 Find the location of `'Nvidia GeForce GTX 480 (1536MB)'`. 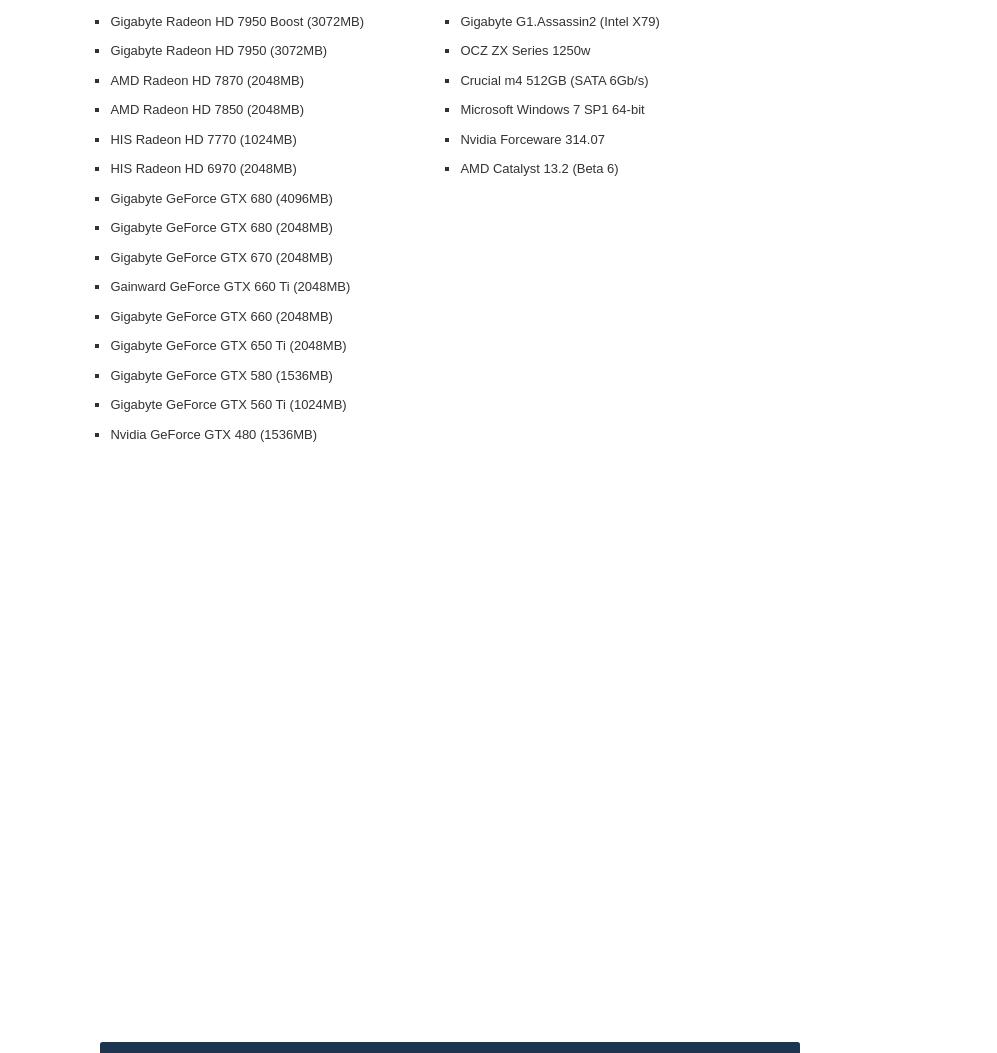

'Nvidia GeForce GTX 480 (1536MB)' is located at coordinates (213, 432).